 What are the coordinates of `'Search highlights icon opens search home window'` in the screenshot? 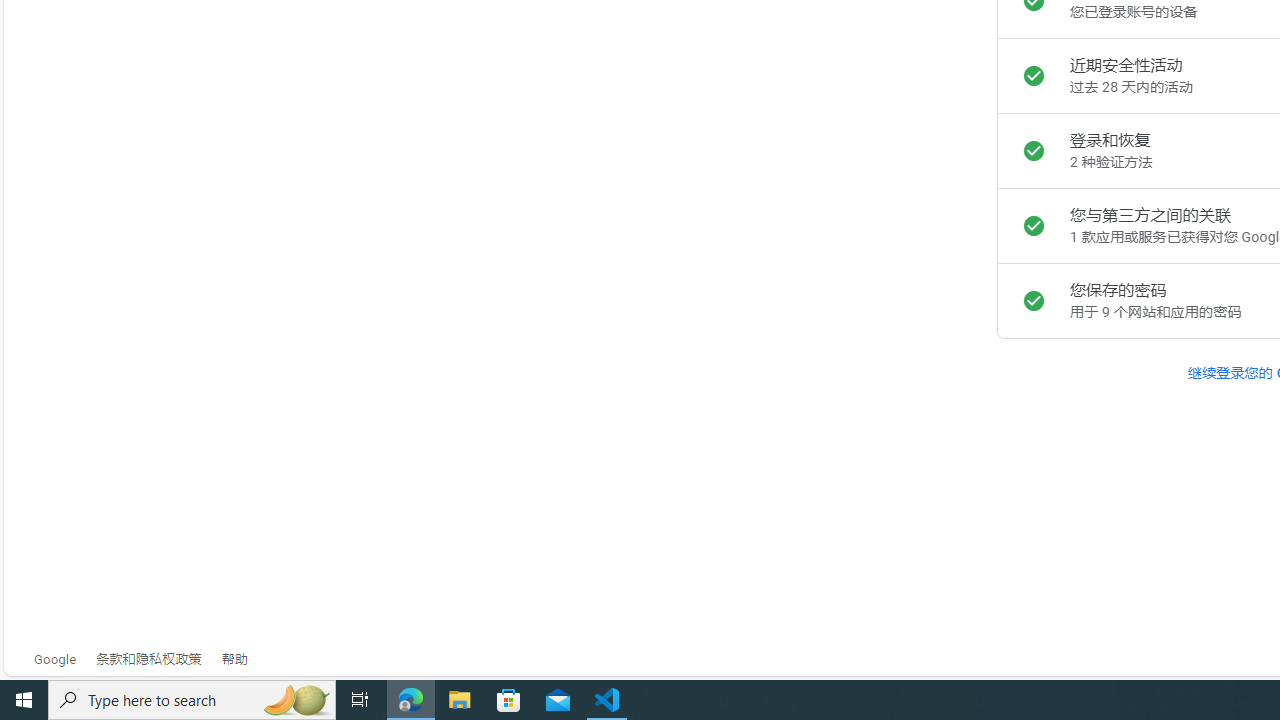 It's located at (294, 698).